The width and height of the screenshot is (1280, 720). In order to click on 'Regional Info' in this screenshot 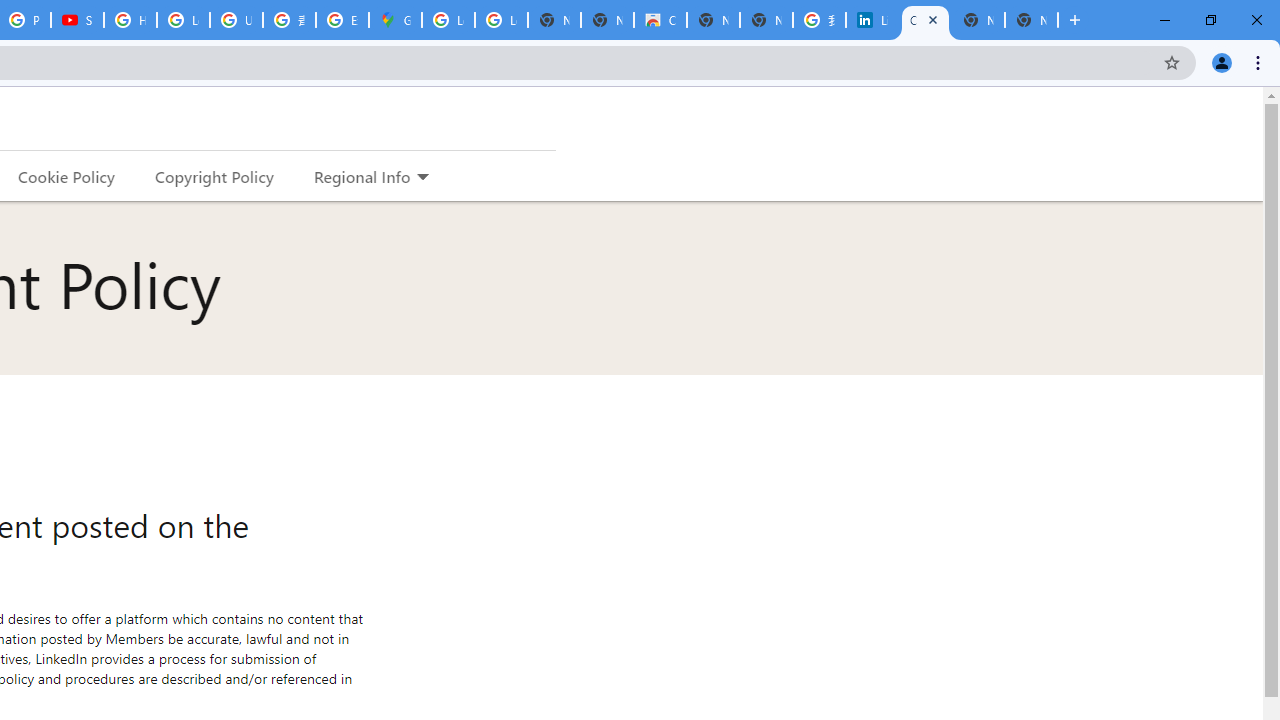, I will do `click(362, 175)`.